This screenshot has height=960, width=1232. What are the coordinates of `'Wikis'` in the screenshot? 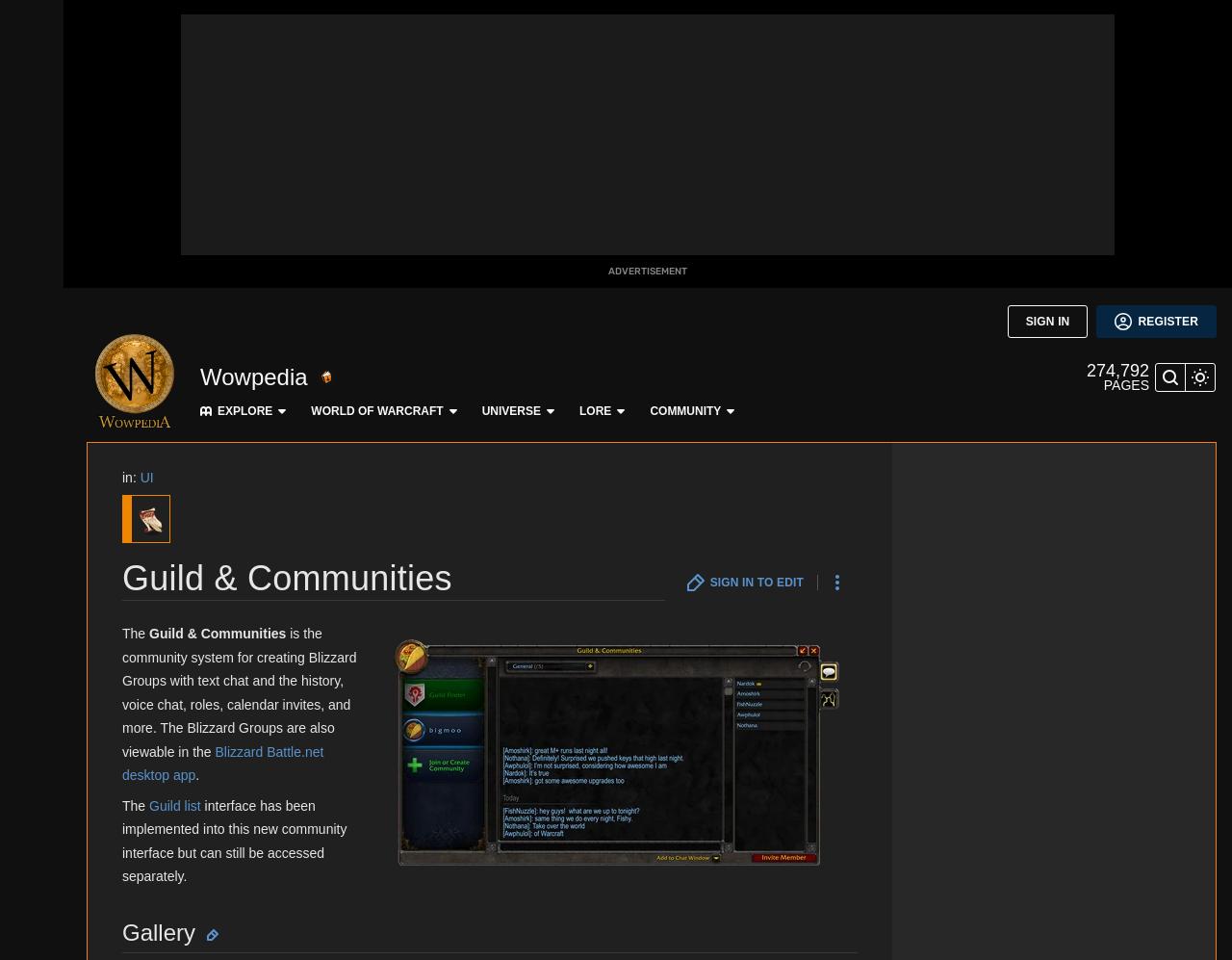 It's located at (32, 619).